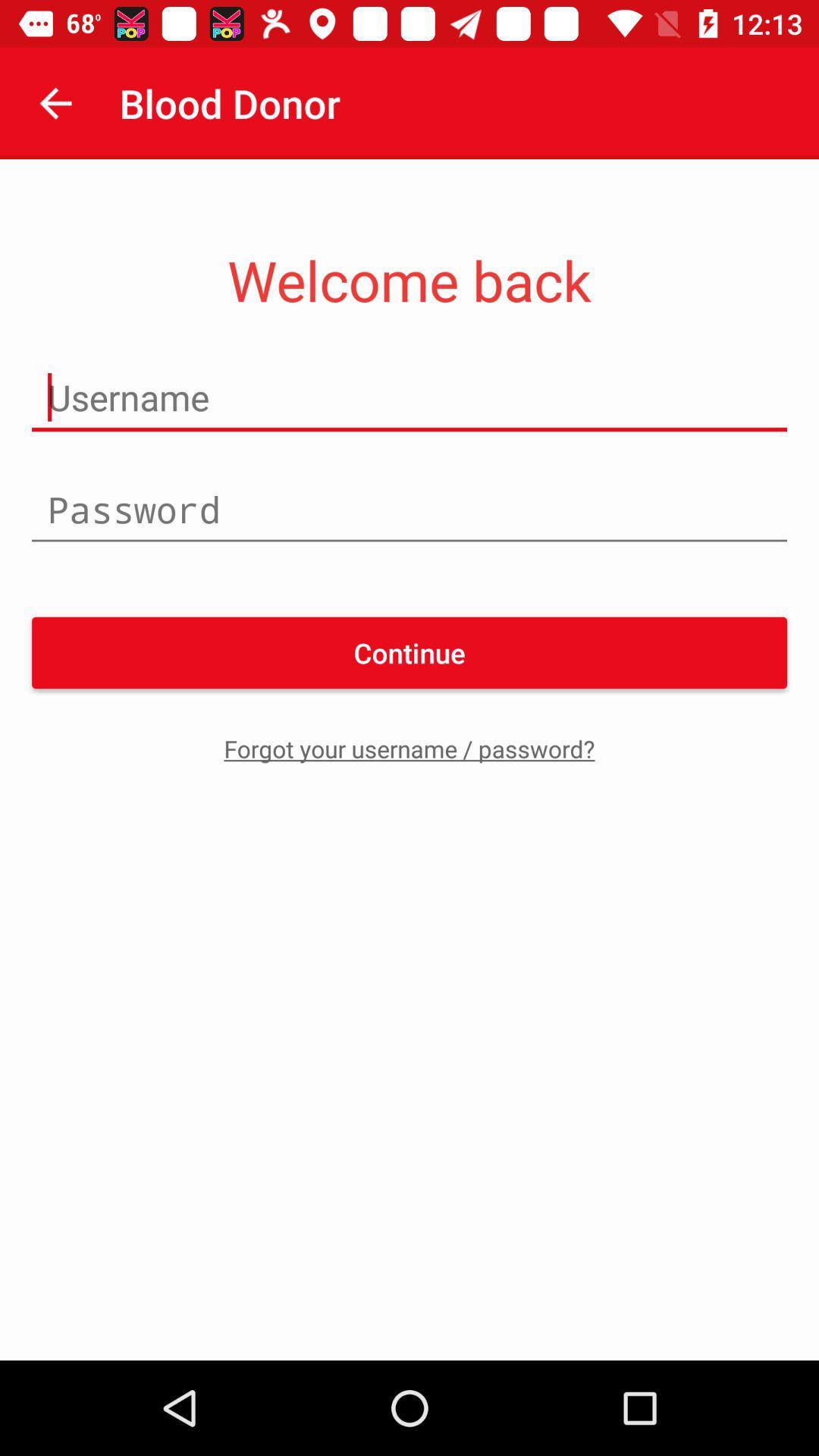 This screenshot has height=1456, width=819. What do you see at coordinates (409, 652) in the screenshot?
I see `the icon above forgot your username item` at bounding box center [409, 652].